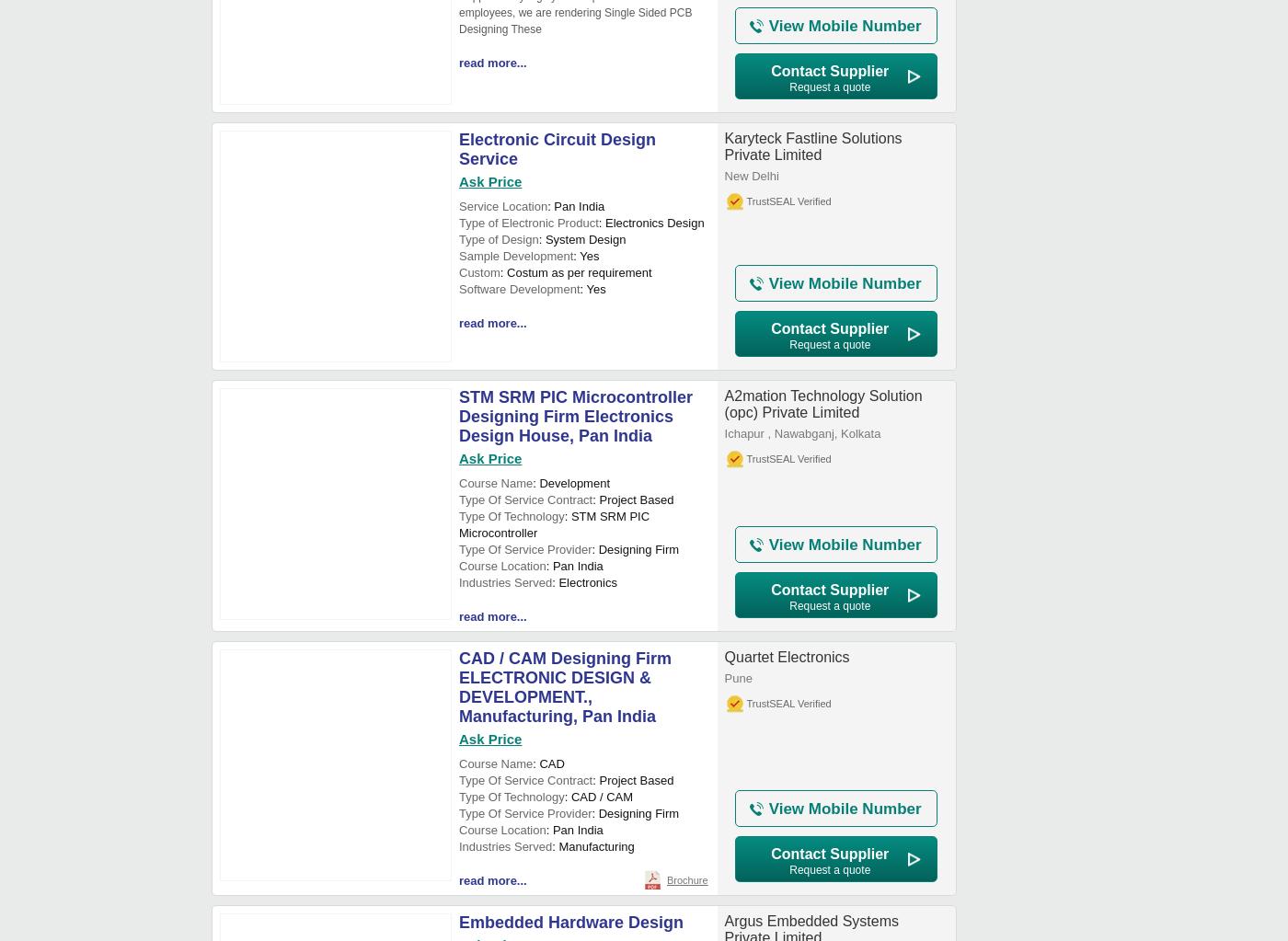 The image size is (1288, 941). Describe the element at coordinates (519, 288) in the screenshot. I see `'Software Development'` at that location.